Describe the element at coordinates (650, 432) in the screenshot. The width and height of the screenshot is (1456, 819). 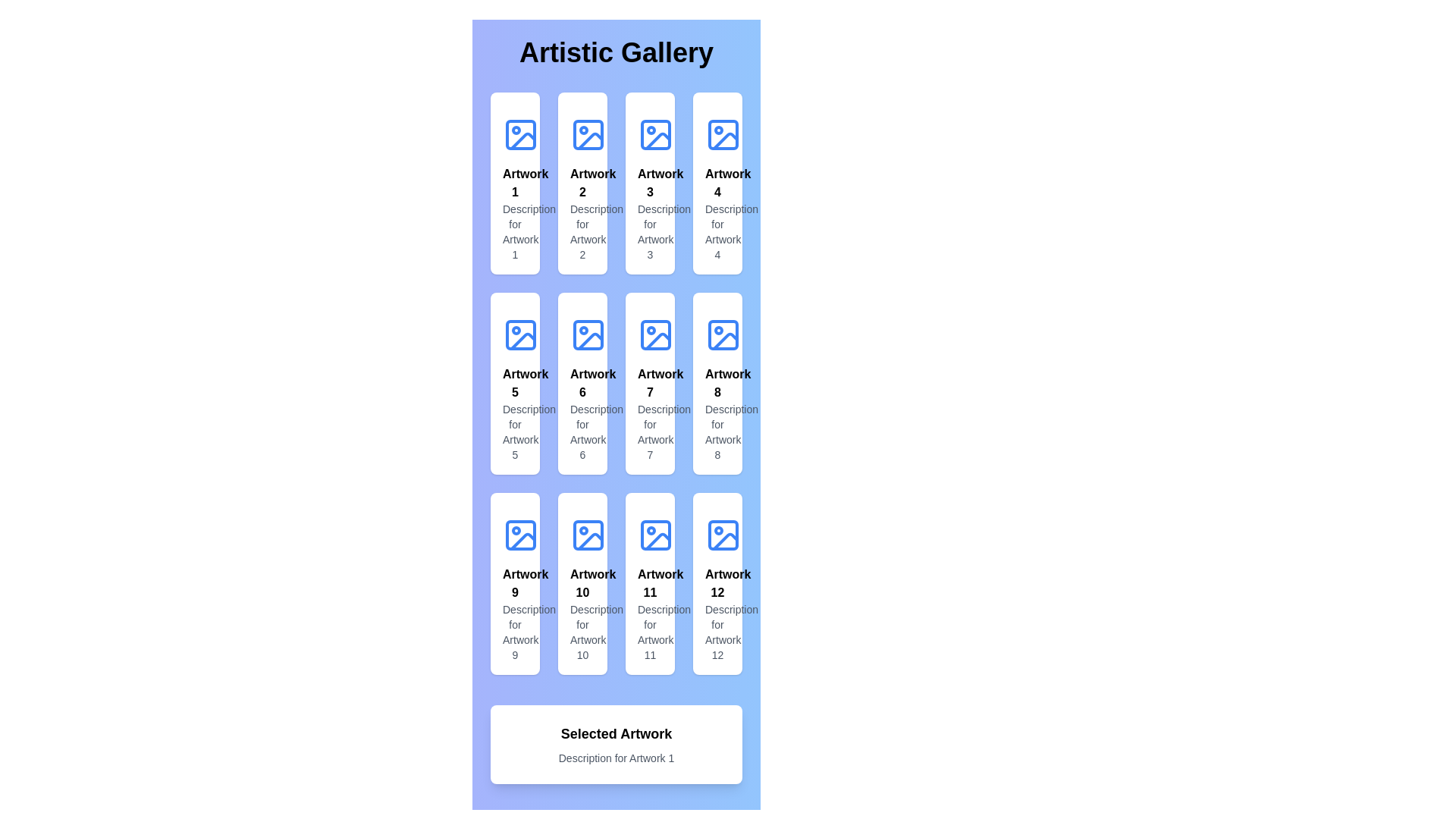
I see `the Text label providing context or identification for 'Artwork 7', located in the bottom section of the card in the third column of the second row of a grid layout` at that location.